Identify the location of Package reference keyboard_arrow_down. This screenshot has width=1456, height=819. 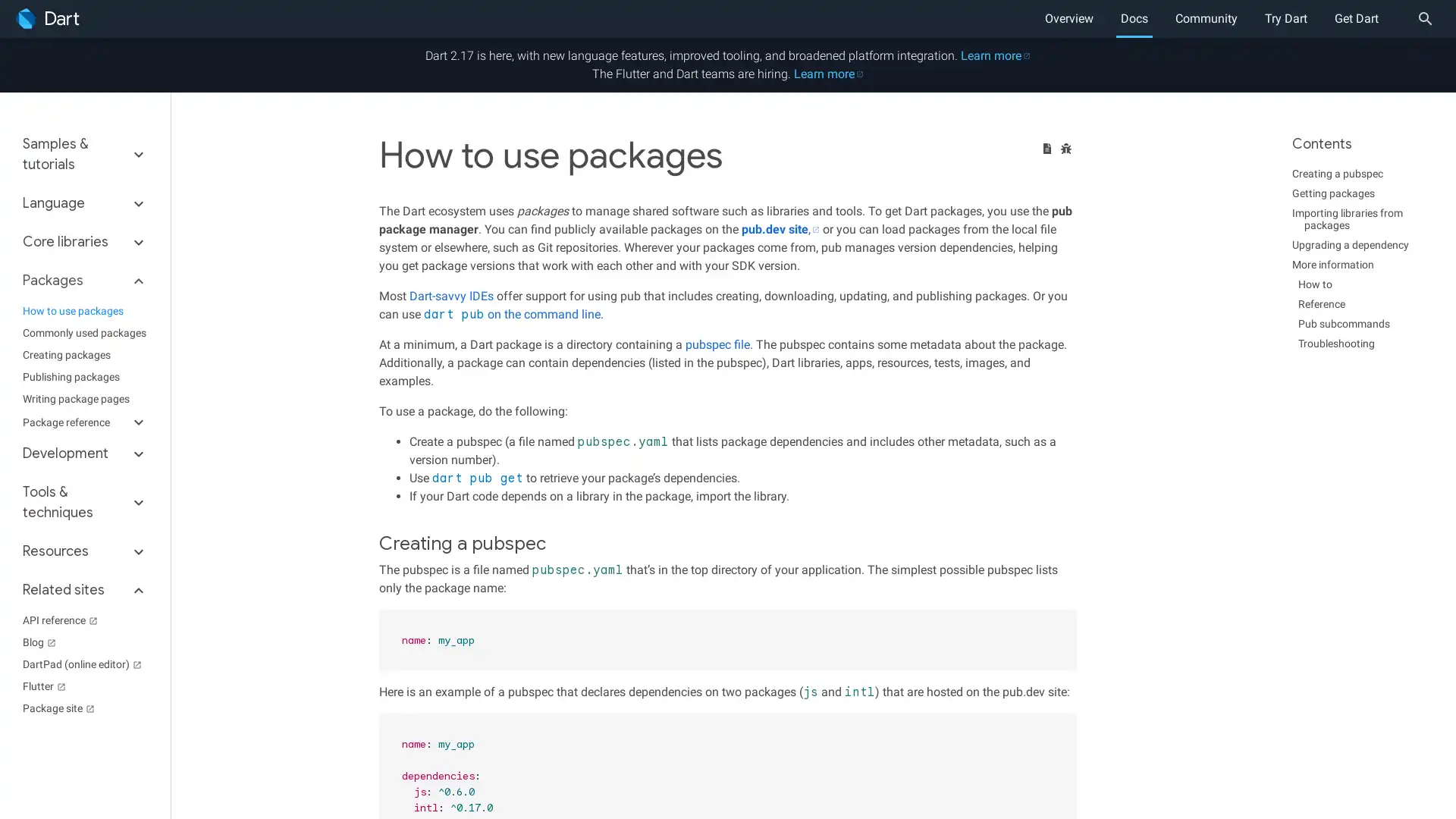
(84, 422).